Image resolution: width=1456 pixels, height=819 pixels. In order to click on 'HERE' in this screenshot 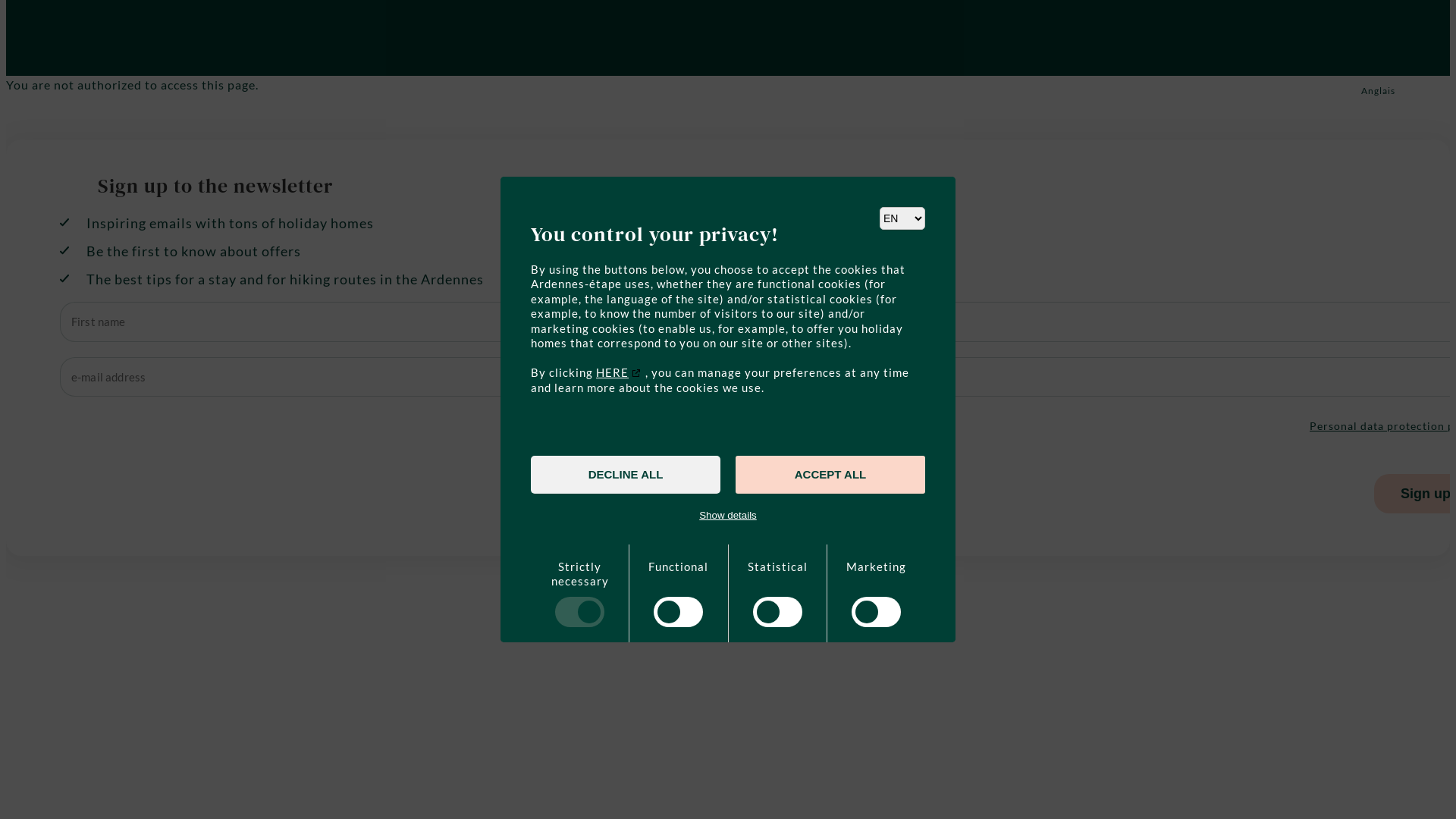, I will do `click(619, 372)`.